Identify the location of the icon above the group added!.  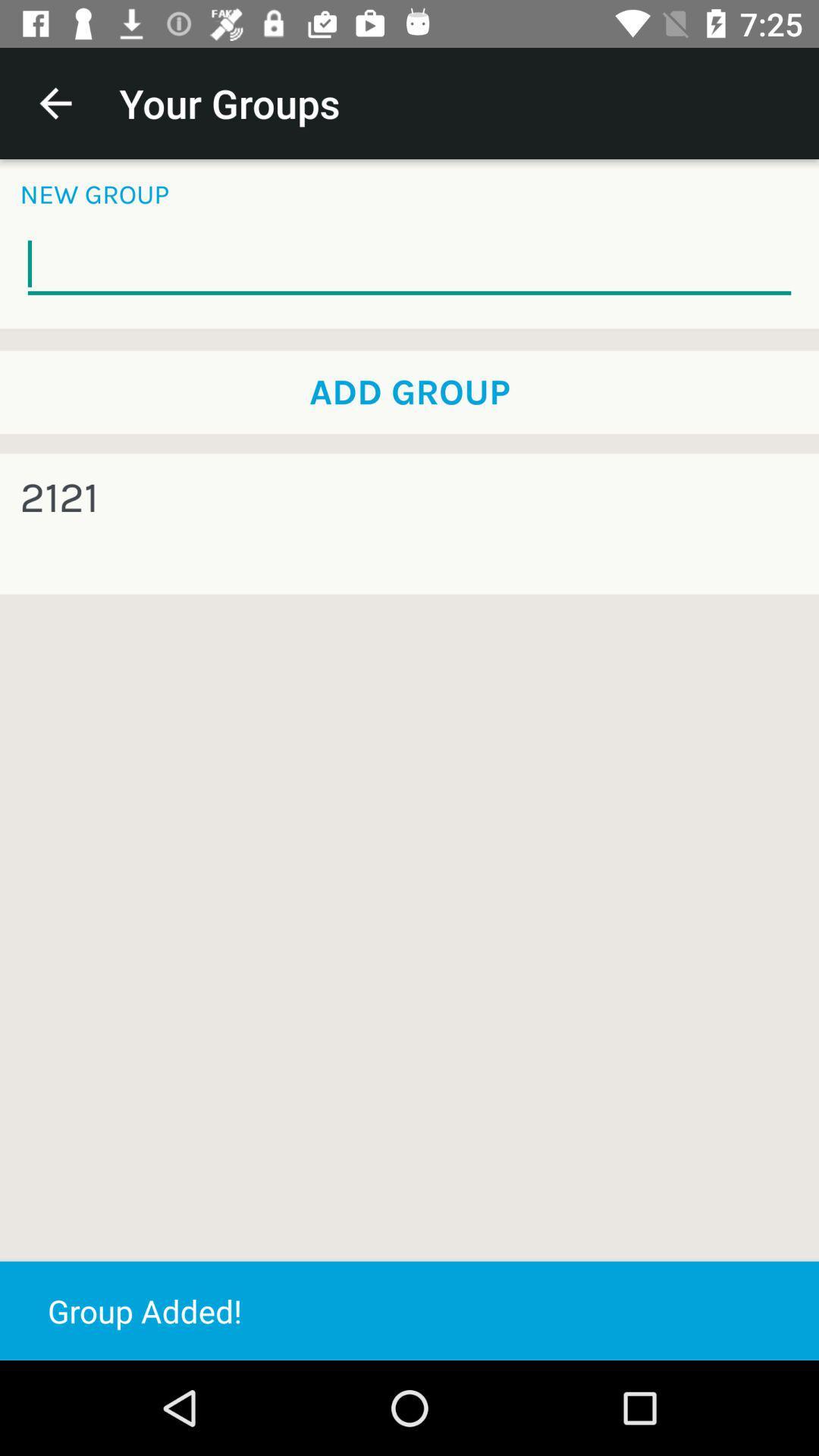
(58, 498).